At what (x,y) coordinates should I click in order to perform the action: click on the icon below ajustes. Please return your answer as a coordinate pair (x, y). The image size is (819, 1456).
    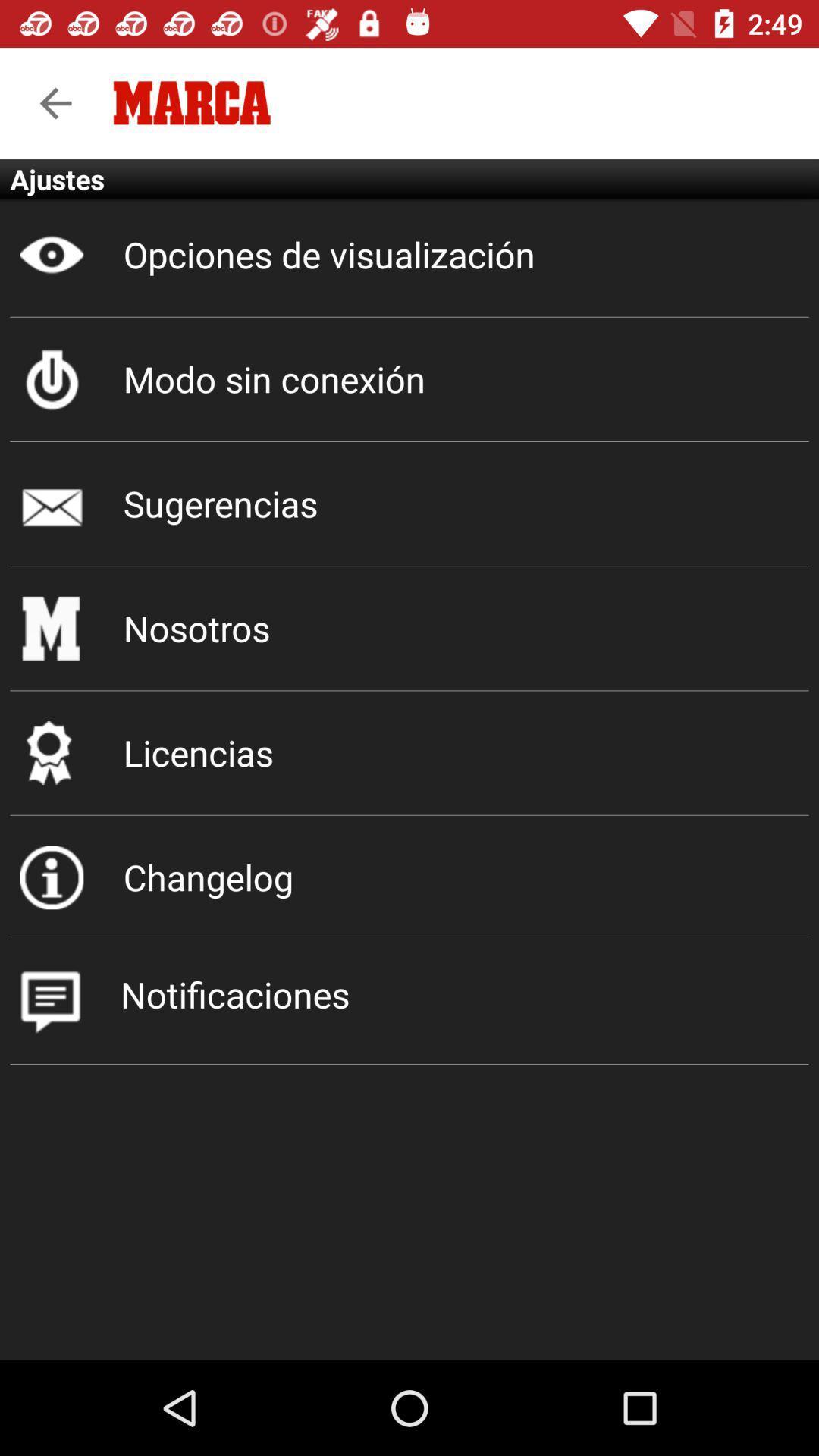
    Looking at the image, I should click on (409, 255).